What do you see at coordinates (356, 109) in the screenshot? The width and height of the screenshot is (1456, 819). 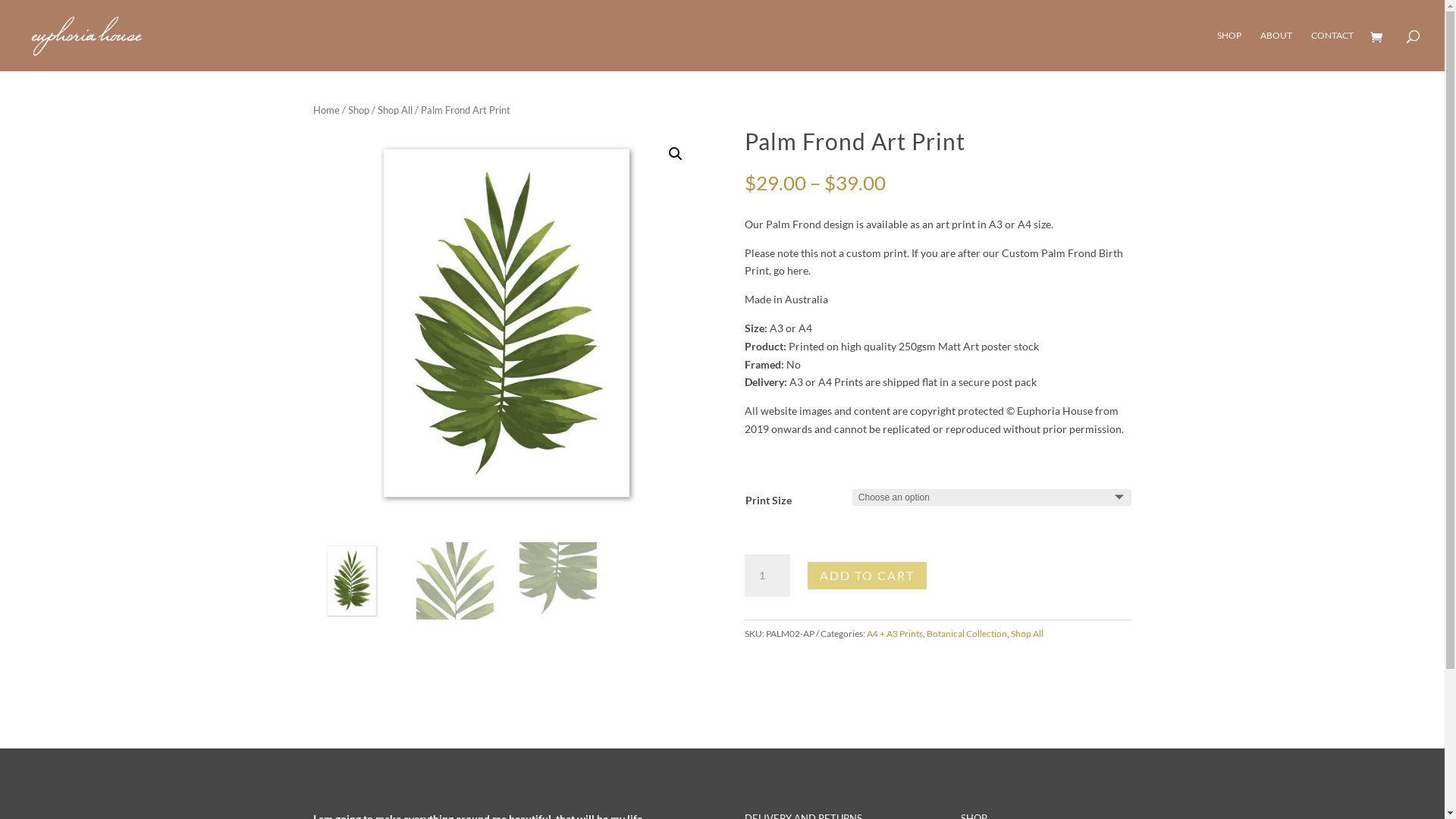 I see `'Shop'` at bounding box center [356, 109].